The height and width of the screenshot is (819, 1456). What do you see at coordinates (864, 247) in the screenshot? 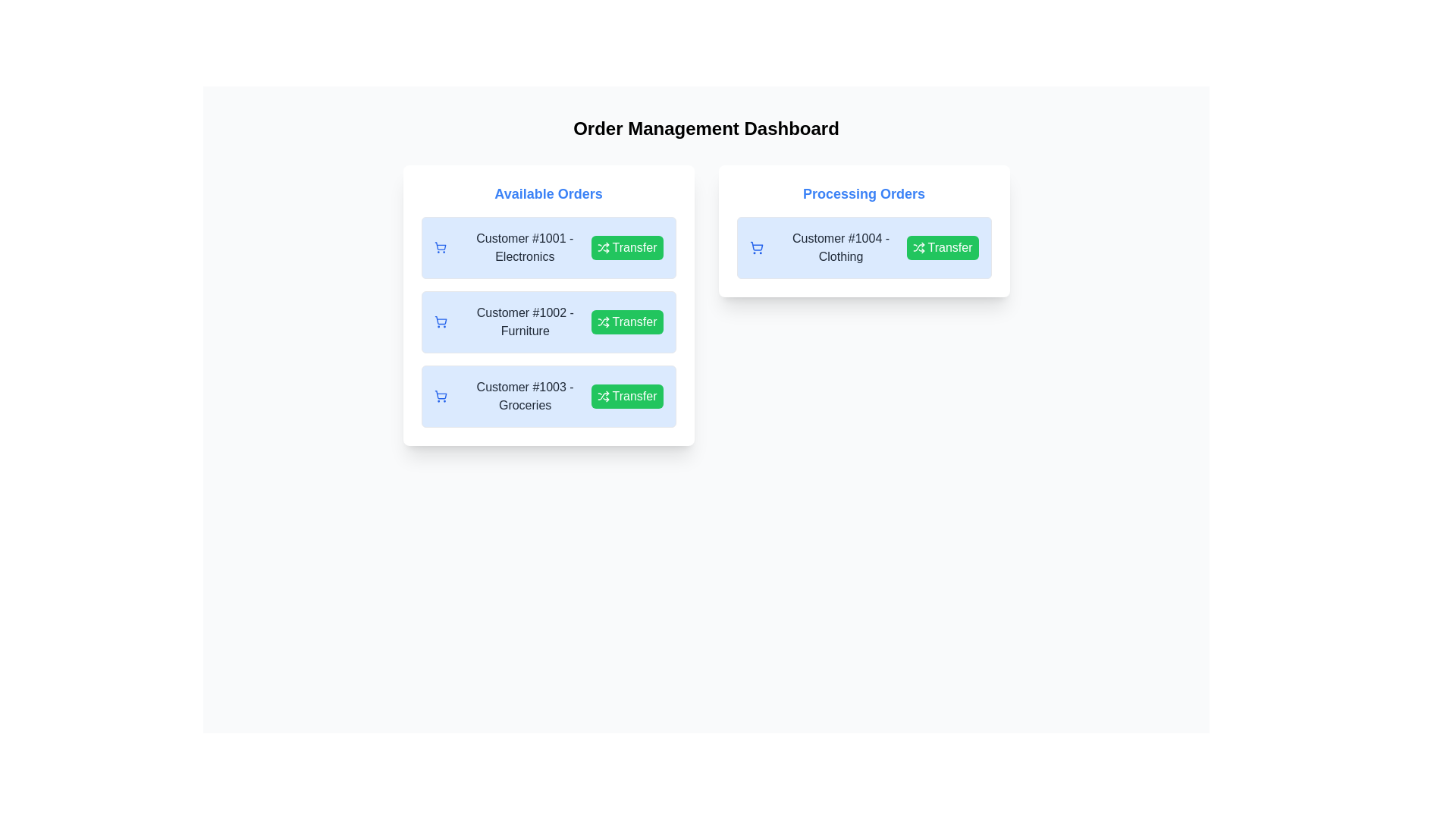
I see `the Card Component labeled 'Customer #1004 - Clothing'` at bounding box center [864, 247].